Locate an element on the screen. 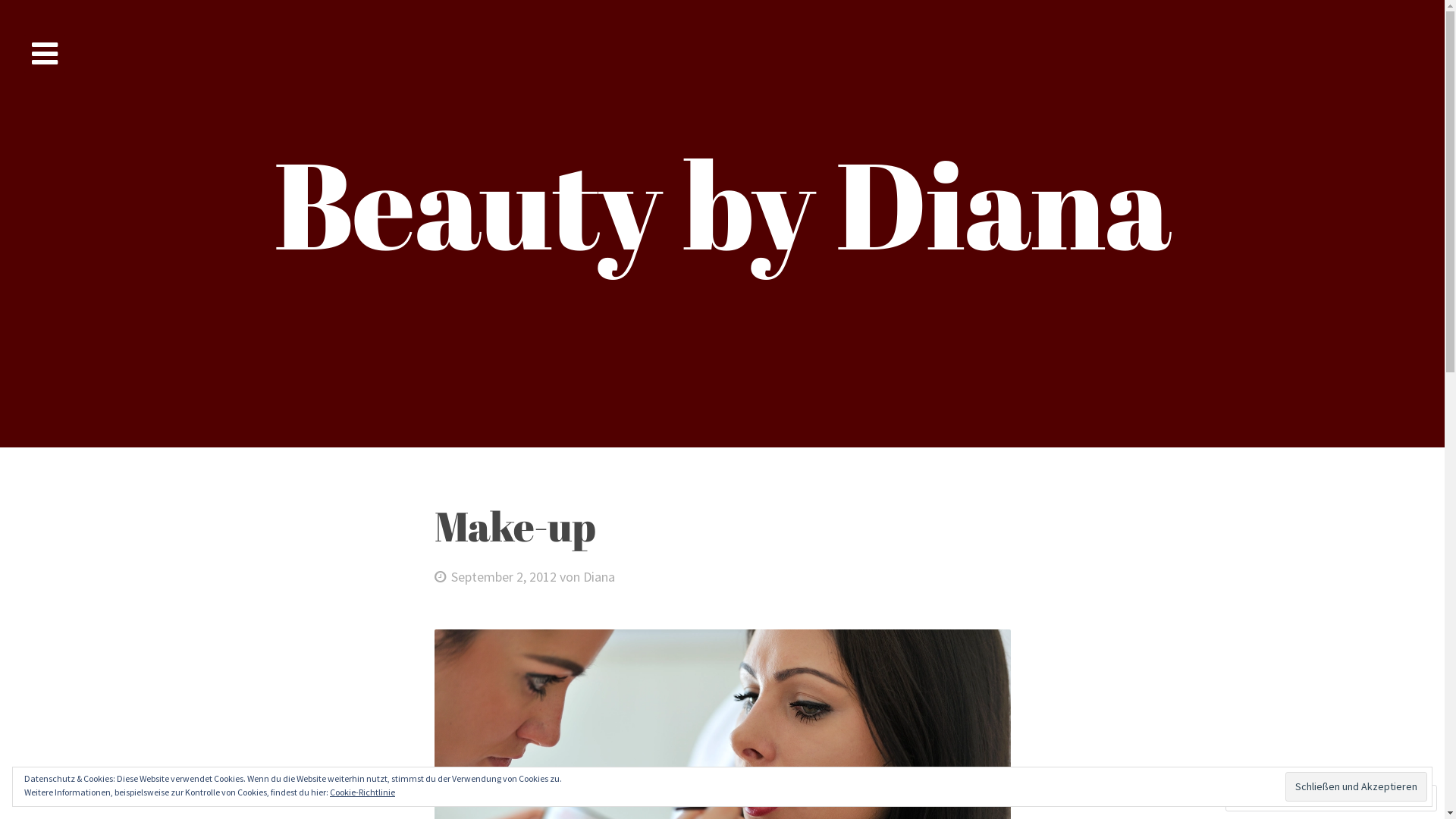  'Cookie-Richtlinie' is located at coordinates (362, 791).